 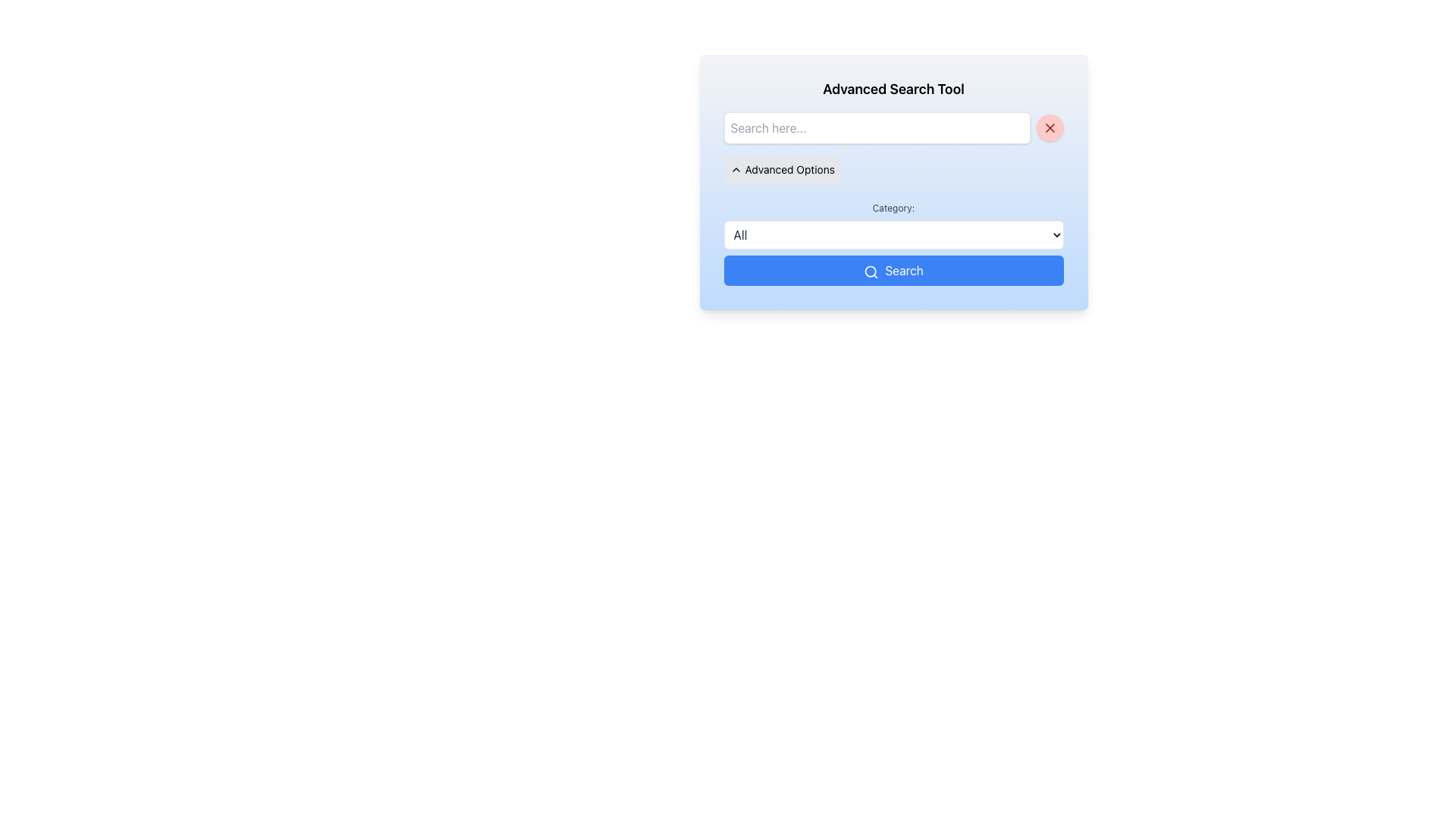 I want to click on the 'Advanced Options' section in the card-like interface of the 'Advanced Search Tool', so click(x=893, y=181).